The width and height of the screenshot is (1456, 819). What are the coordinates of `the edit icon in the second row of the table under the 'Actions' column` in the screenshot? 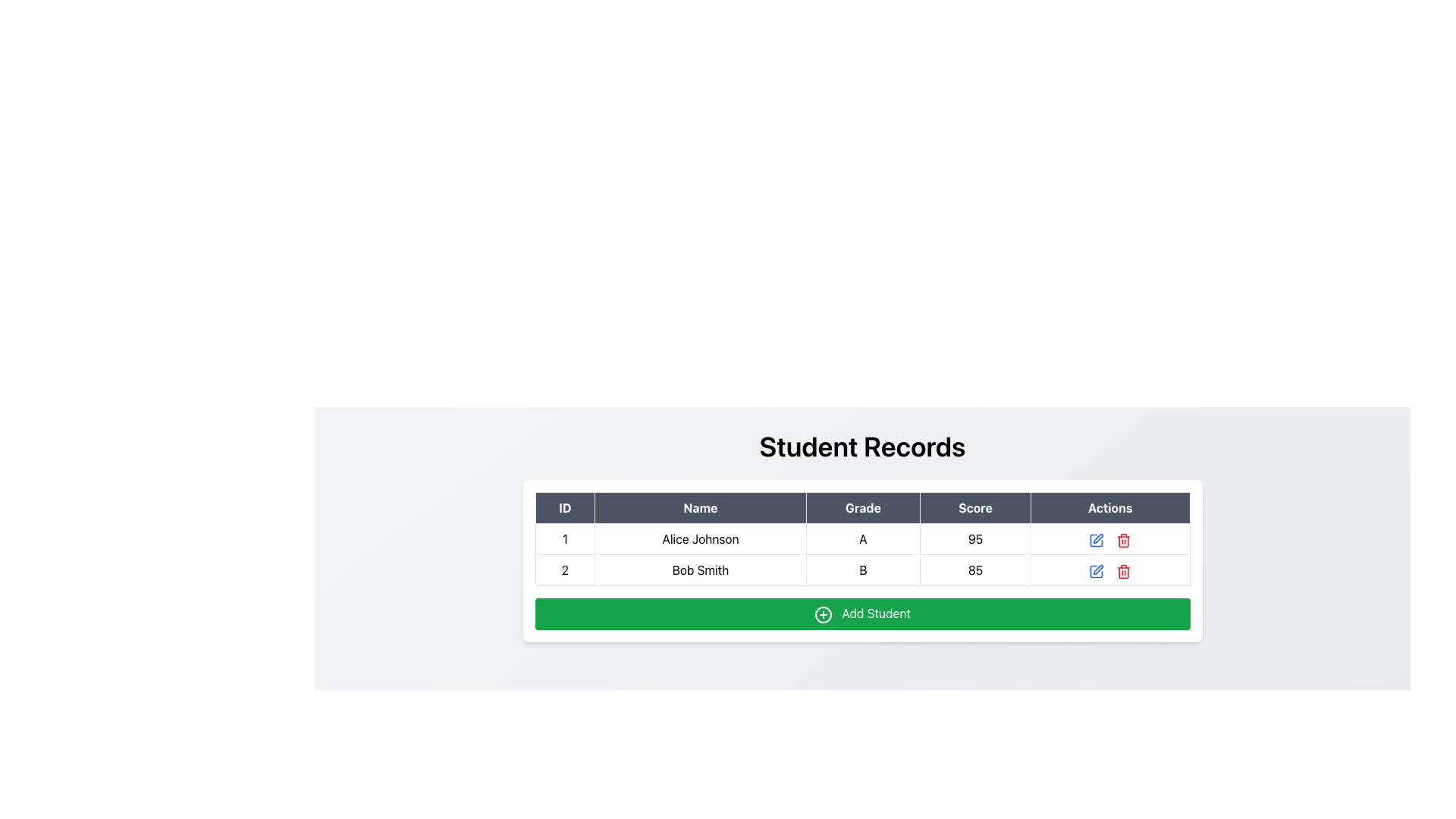 It's located at (1098, 537).